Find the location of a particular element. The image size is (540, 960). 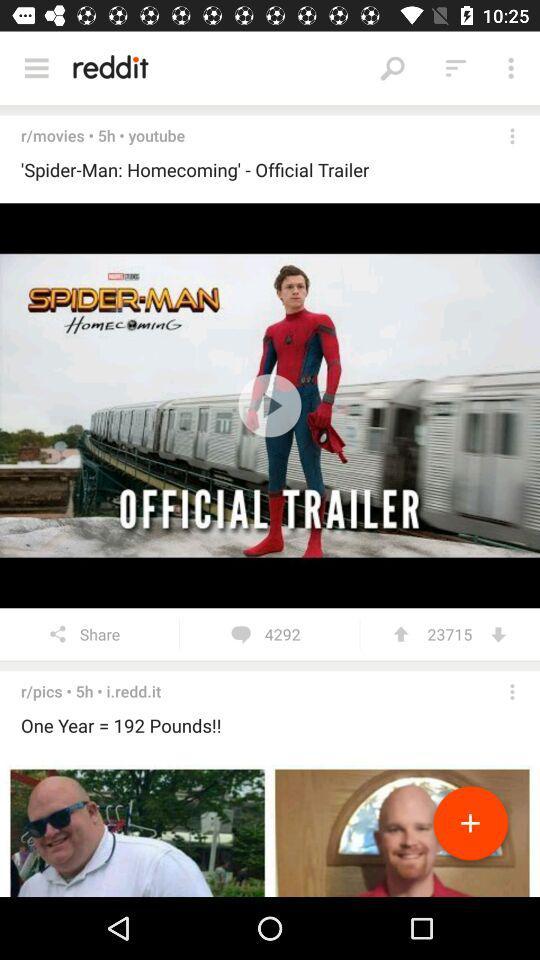

show menu options is located at coordinates (36, 68).